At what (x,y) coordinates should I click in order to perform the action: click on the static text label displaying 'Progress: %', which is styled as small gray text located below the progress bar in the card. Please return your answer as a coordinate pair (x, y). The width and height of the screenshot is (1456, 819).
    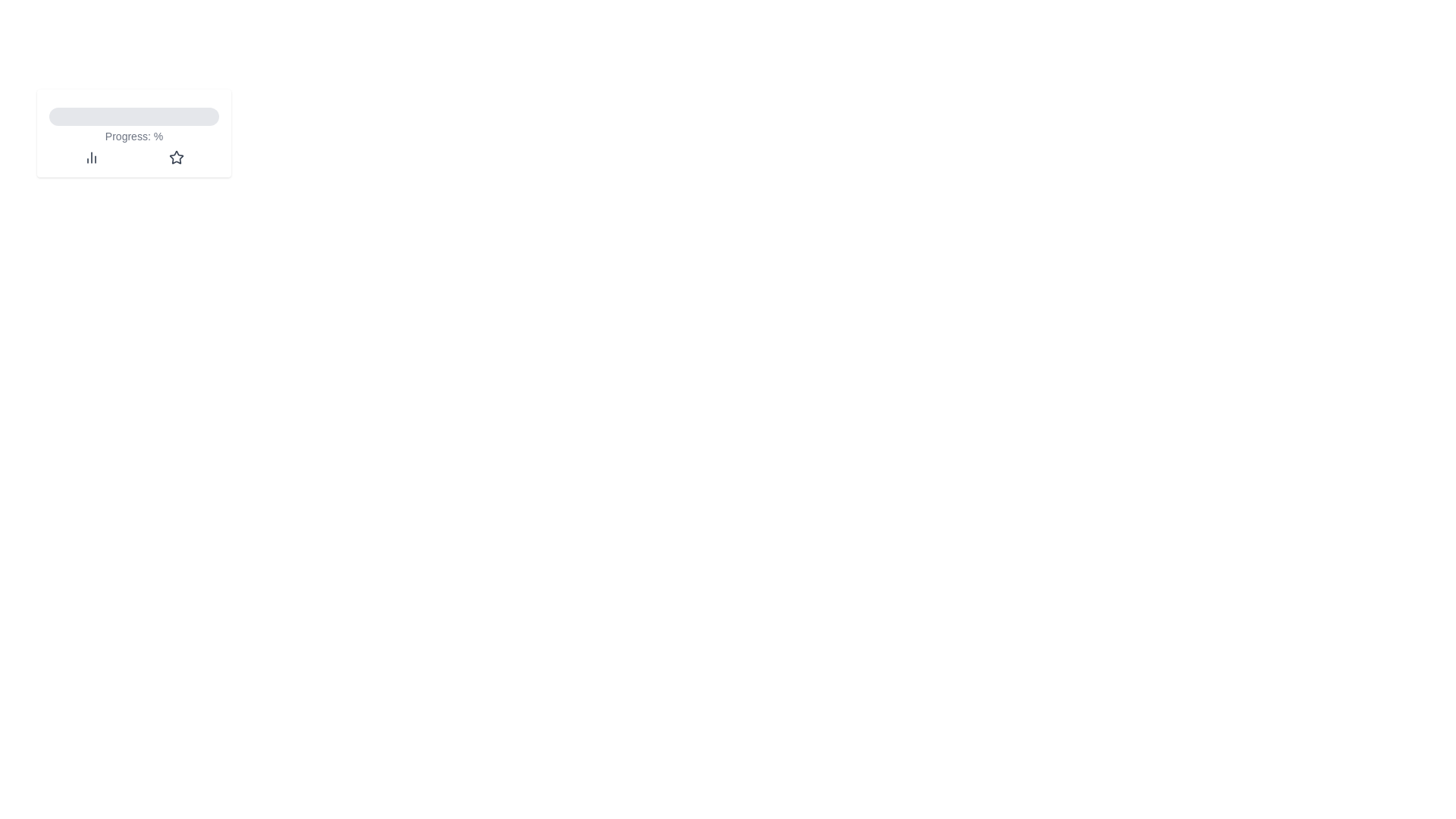
    Looking at the image, I should click on (134, 136).